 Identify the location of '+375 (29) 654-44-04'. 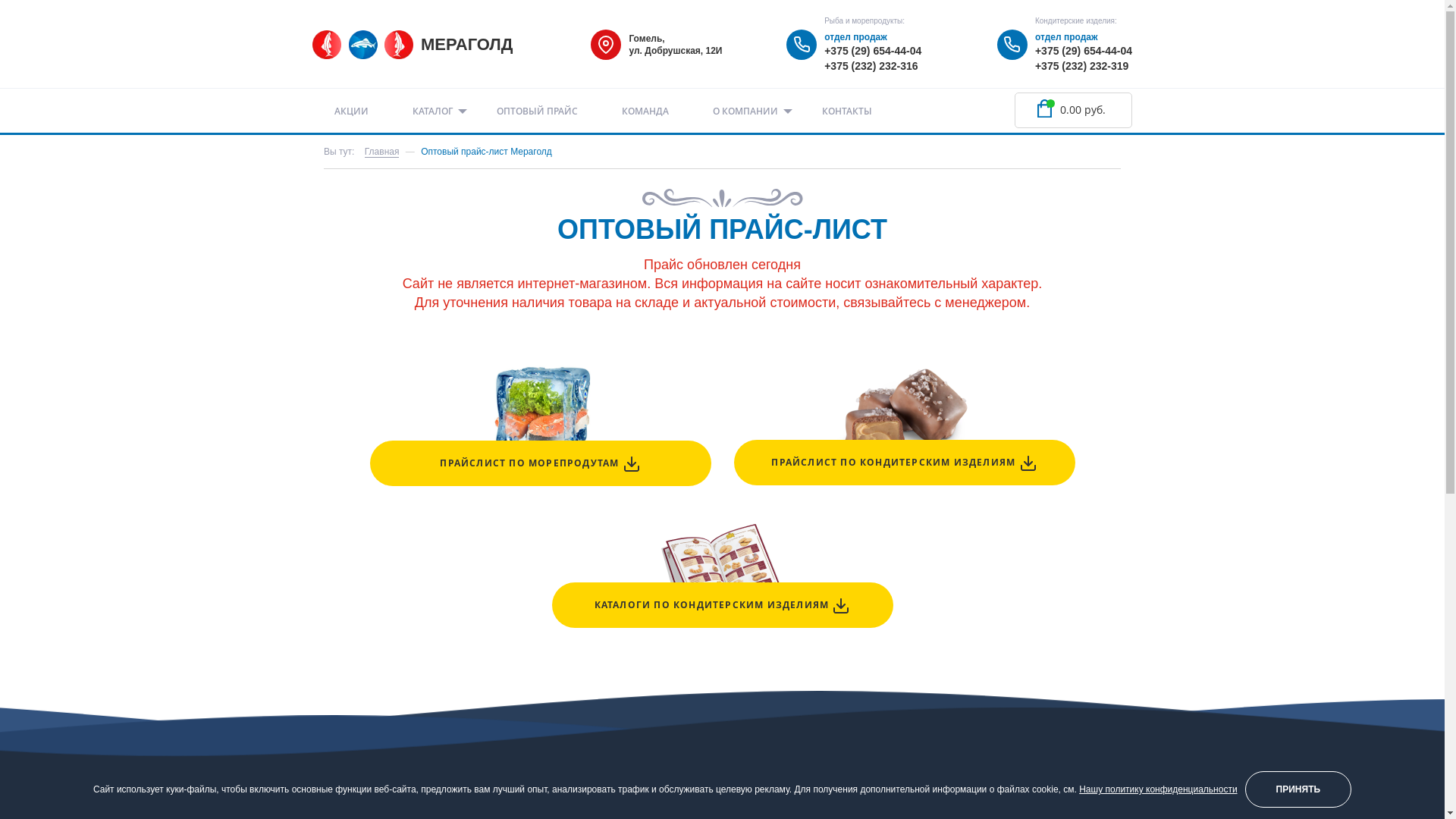
(1083, 49).